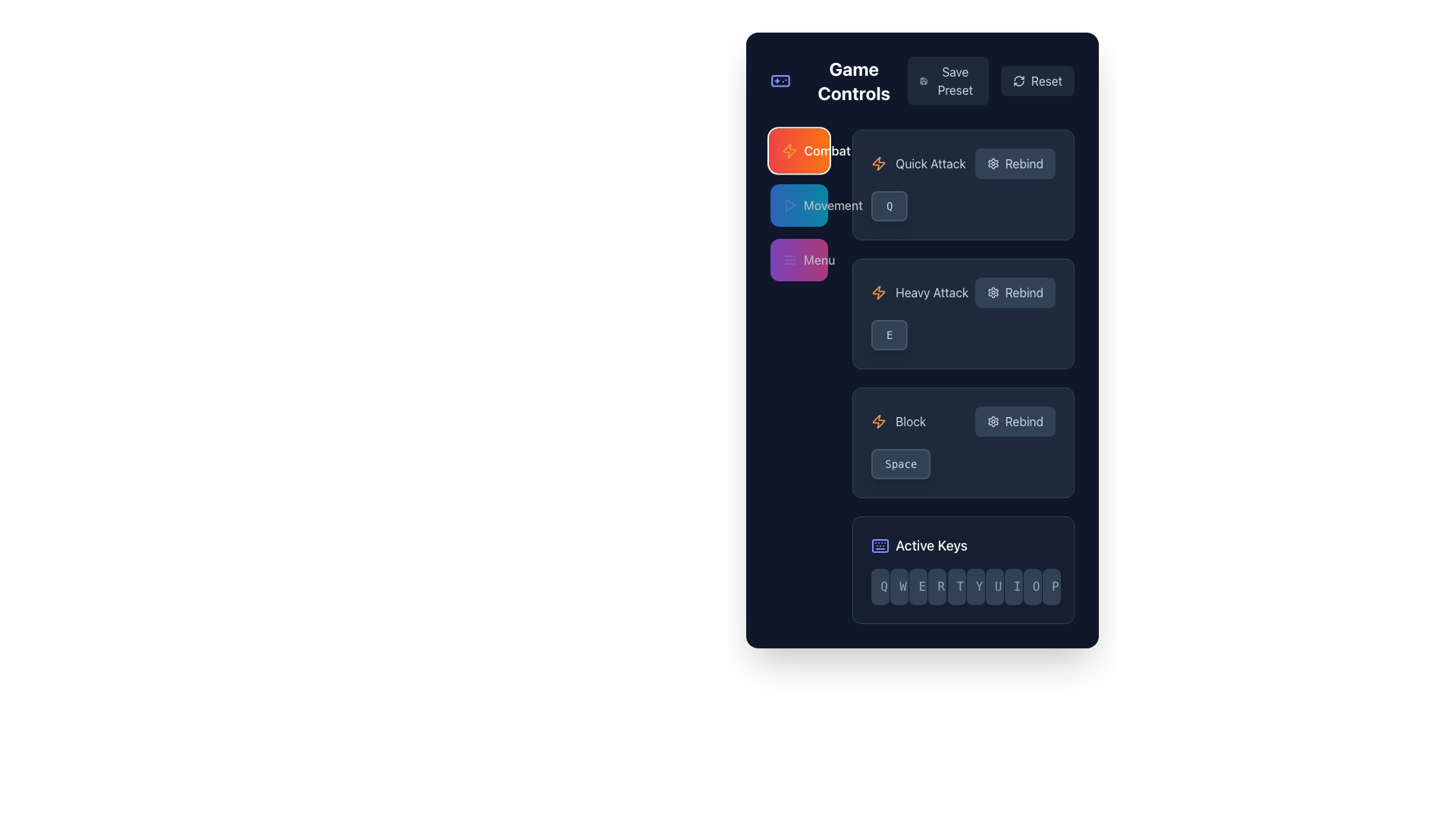 The image size is (1456, 819). I want to click on the first button in the 'Game Controls' section, so click(799, 151).